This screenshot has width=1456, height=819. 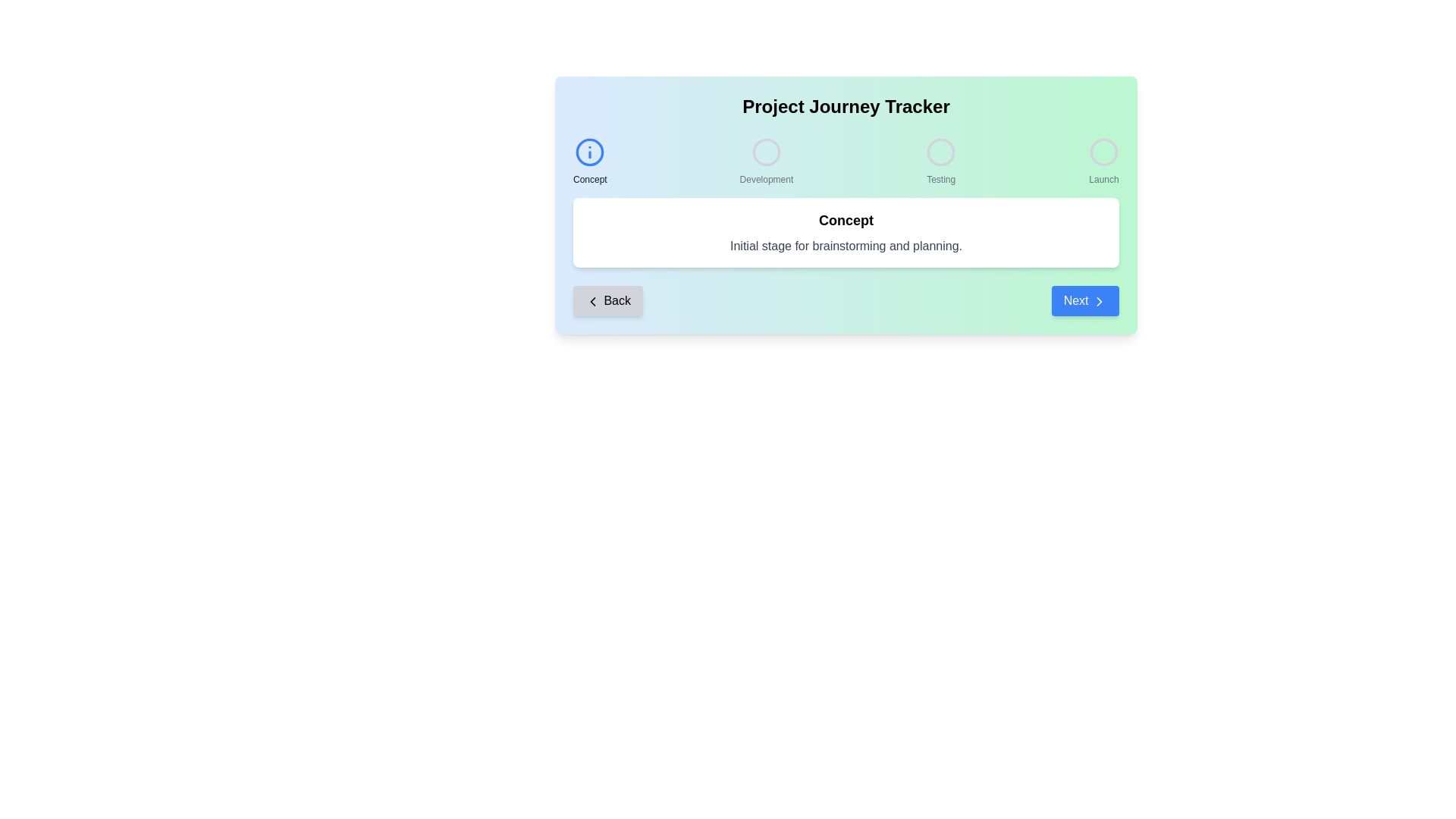 I want to click on the static text label that describes the 'Launch' phase in the Project Journey Tracker card, located in the top-right portion of the card, so click(x=1103, y=178).